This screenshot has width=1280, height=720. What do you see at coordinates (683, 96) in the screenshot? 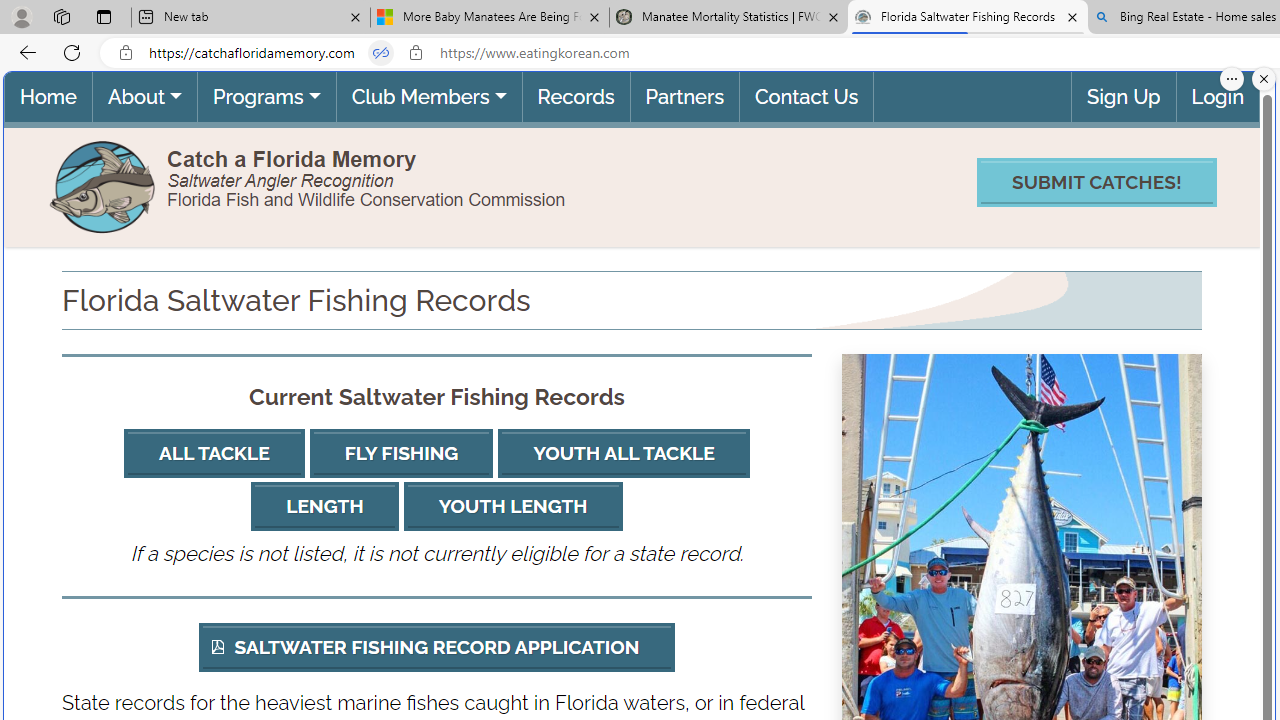
I see `'Partners'` at bounding box center [683, 96].